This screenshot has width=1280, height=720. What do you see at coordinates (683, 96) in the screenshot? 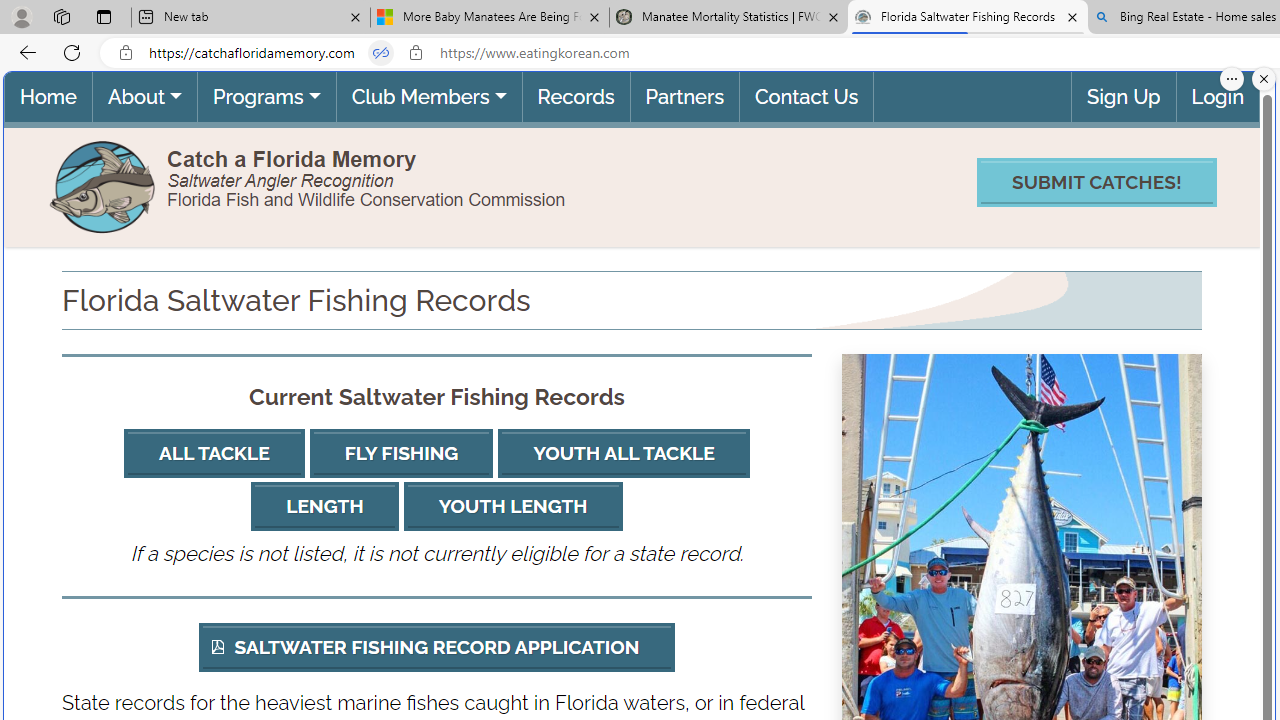
I see `'Partners'` at bounding box center [683, 96].